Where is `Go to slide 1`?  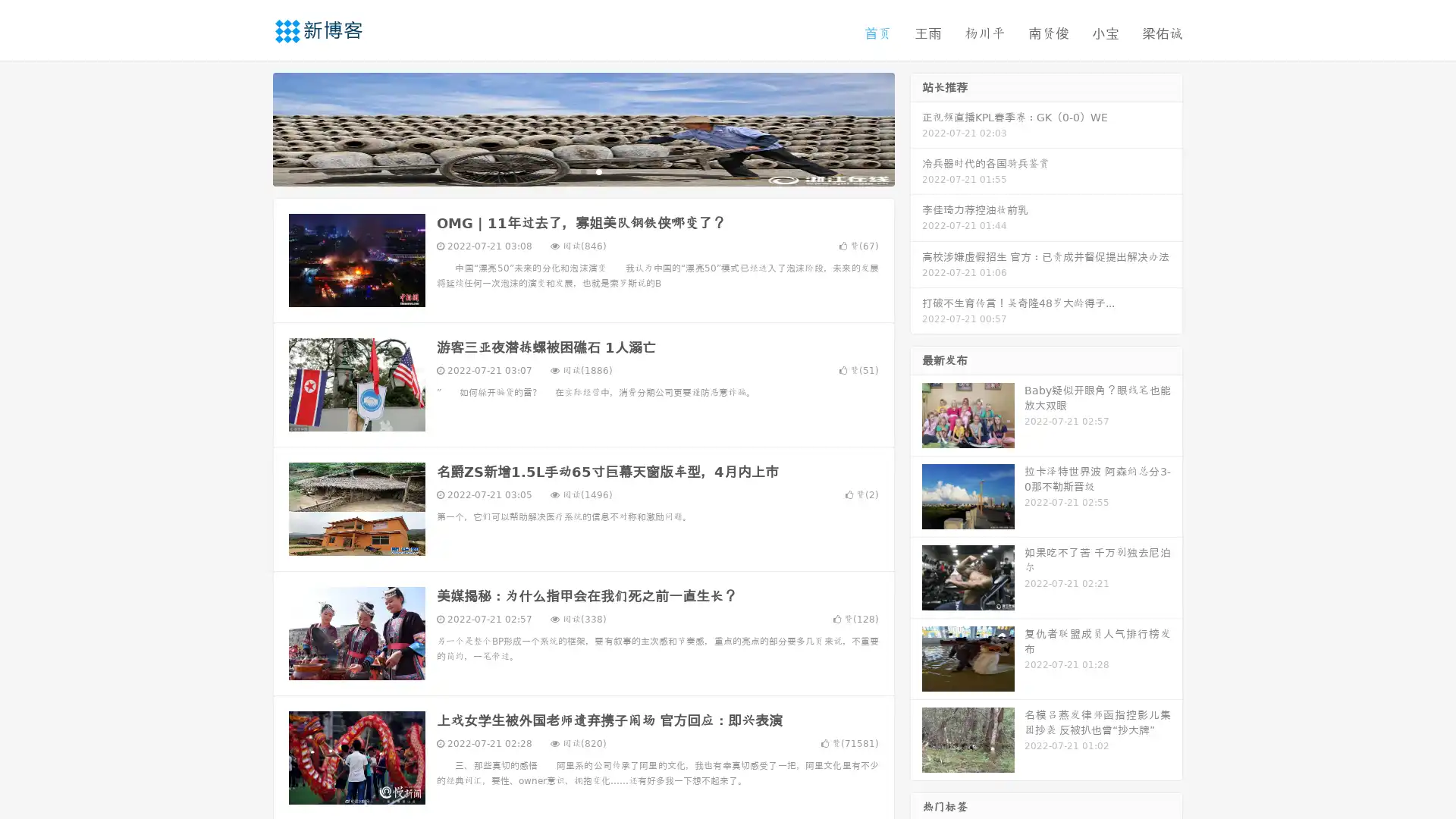
Go to slide 1 is located at coordinates (567, 171).